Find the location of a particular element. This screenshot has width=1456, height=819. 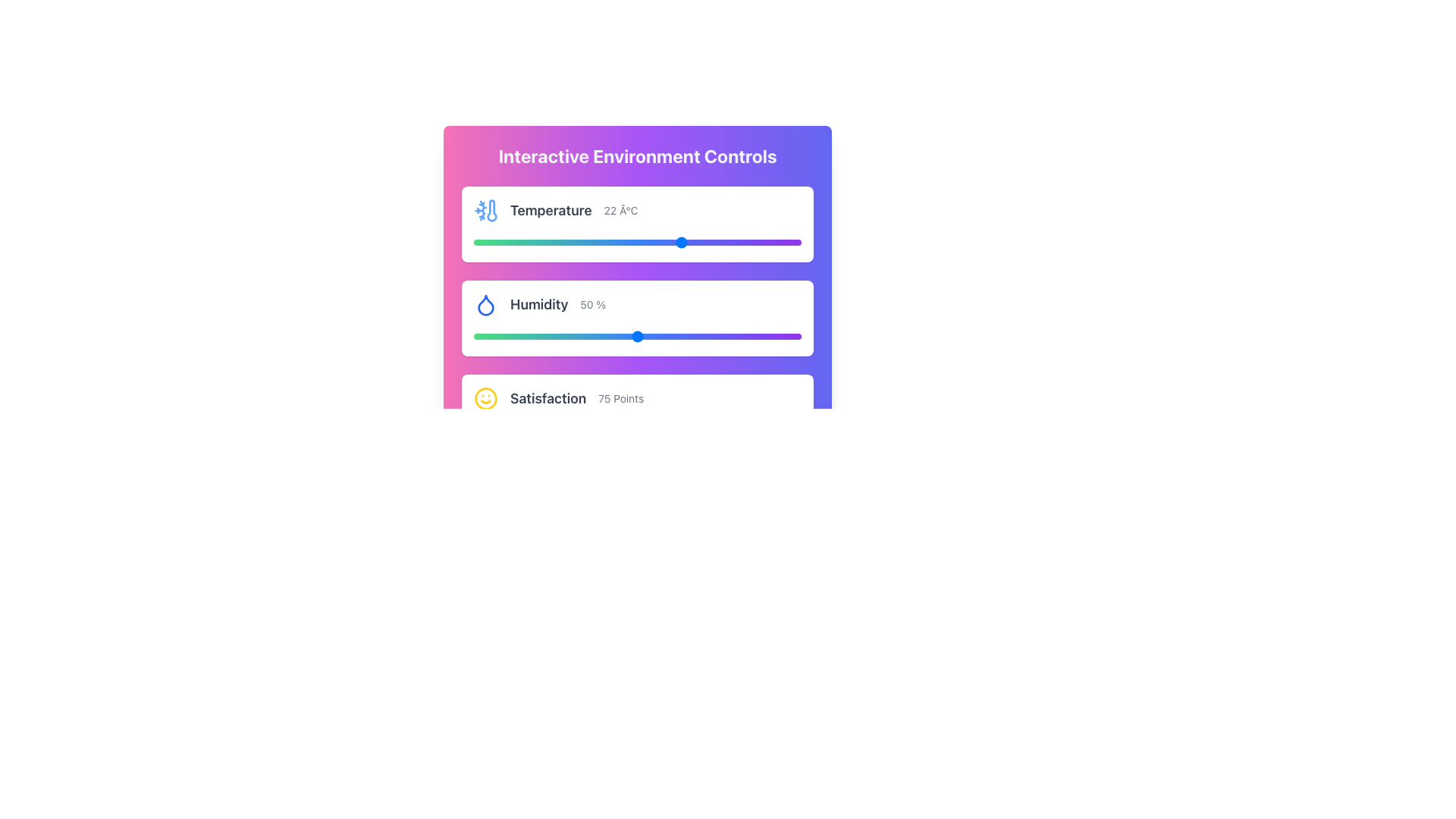

humidity is located at coordinates (594, 335).